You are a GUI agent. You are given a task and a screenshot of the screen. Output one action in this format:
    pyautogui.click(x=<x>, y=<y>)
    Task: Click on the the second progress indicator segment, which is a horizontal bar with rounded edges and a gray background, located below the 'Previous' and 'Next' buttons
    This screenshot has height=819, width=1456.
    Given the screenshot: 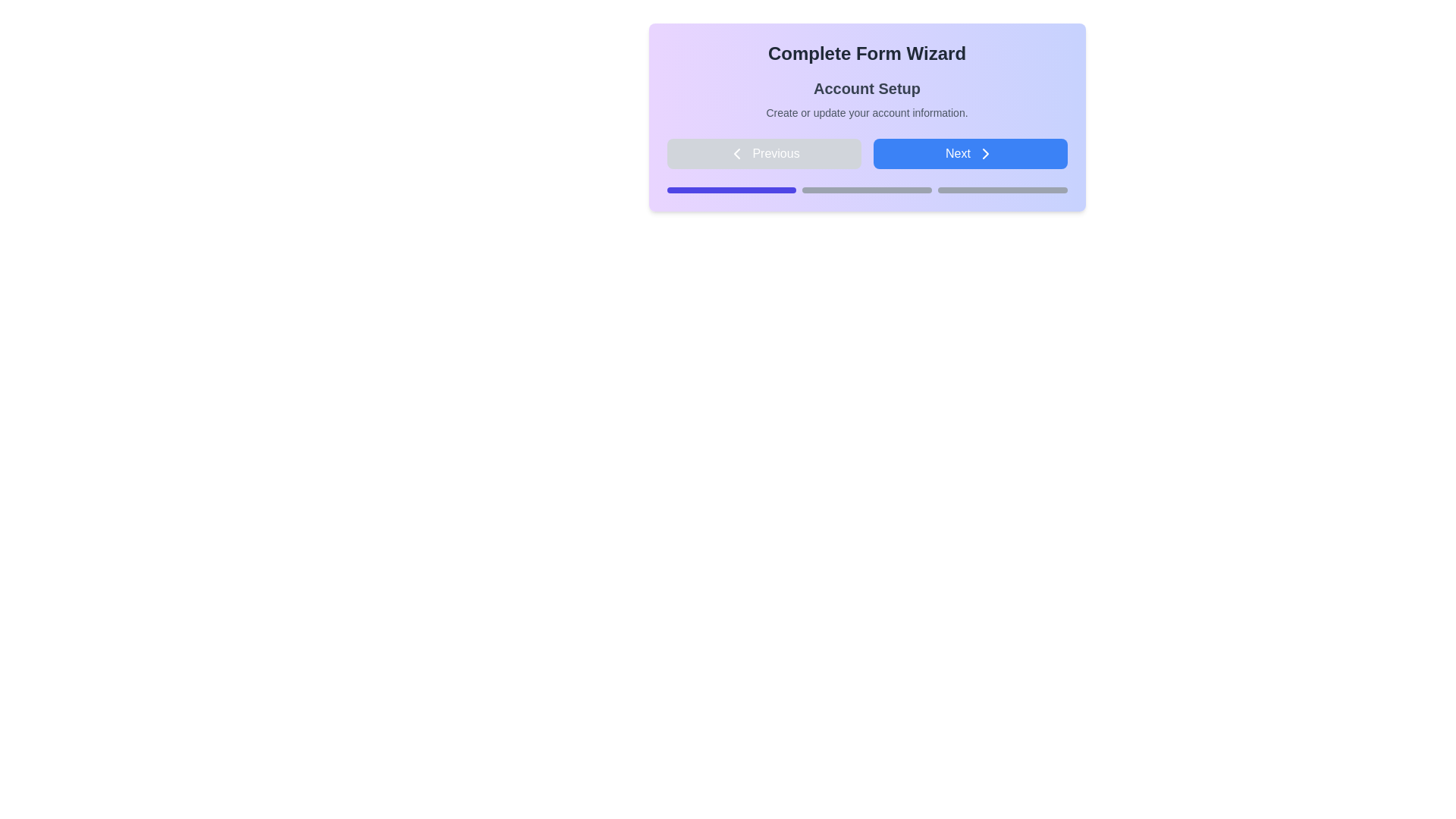 What is the action you would take?
    pyautogui.click(x=867, y=189)
    